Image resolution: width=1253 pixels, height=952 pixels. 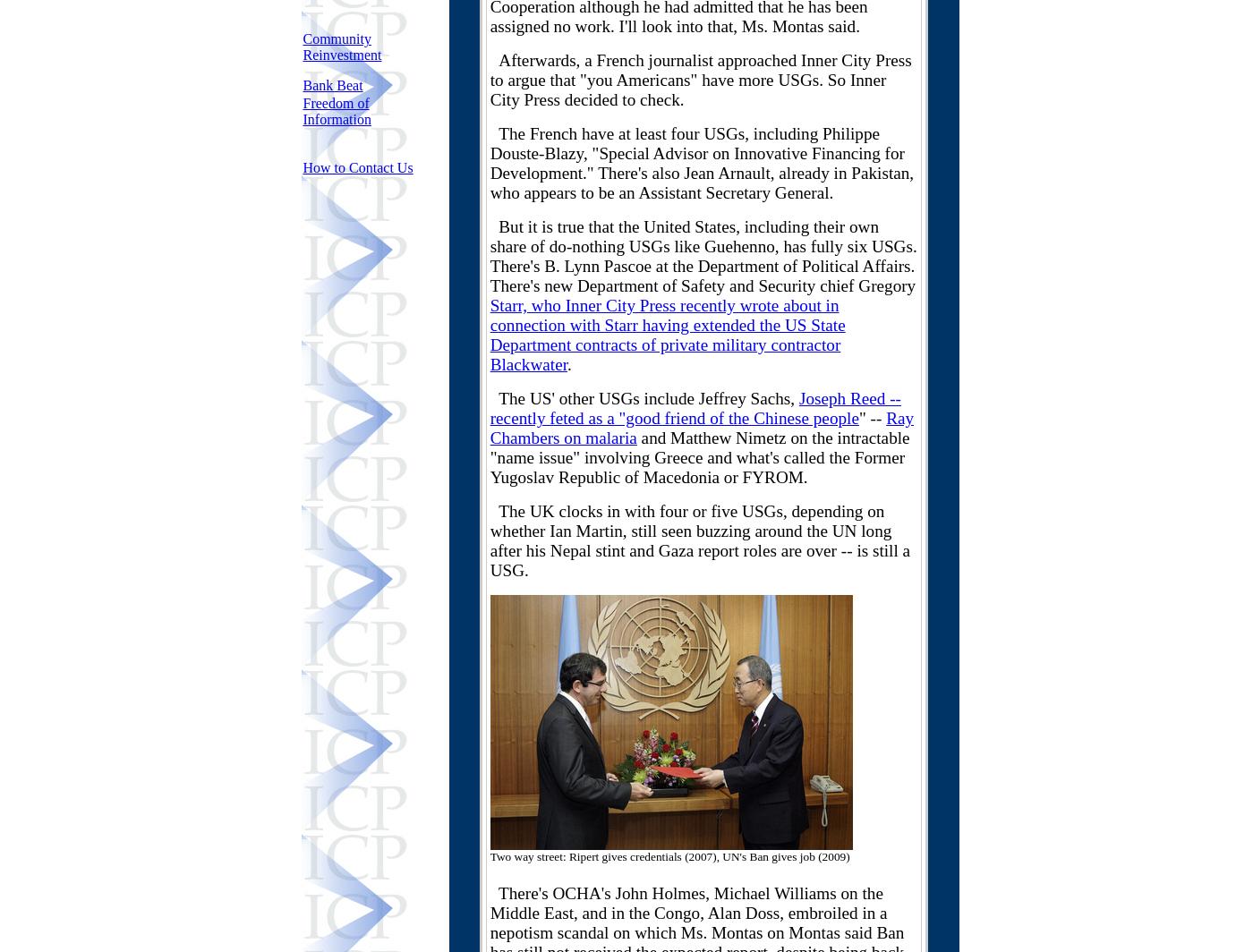 I want to click on 'The
UK clocks in with four or five USGs, depending on whether Ian Martin,
still seen buzzing around the UN long after his Nepal stint and Gaza
report roles are over -- is still a USG.', so click(x=700, y=540).